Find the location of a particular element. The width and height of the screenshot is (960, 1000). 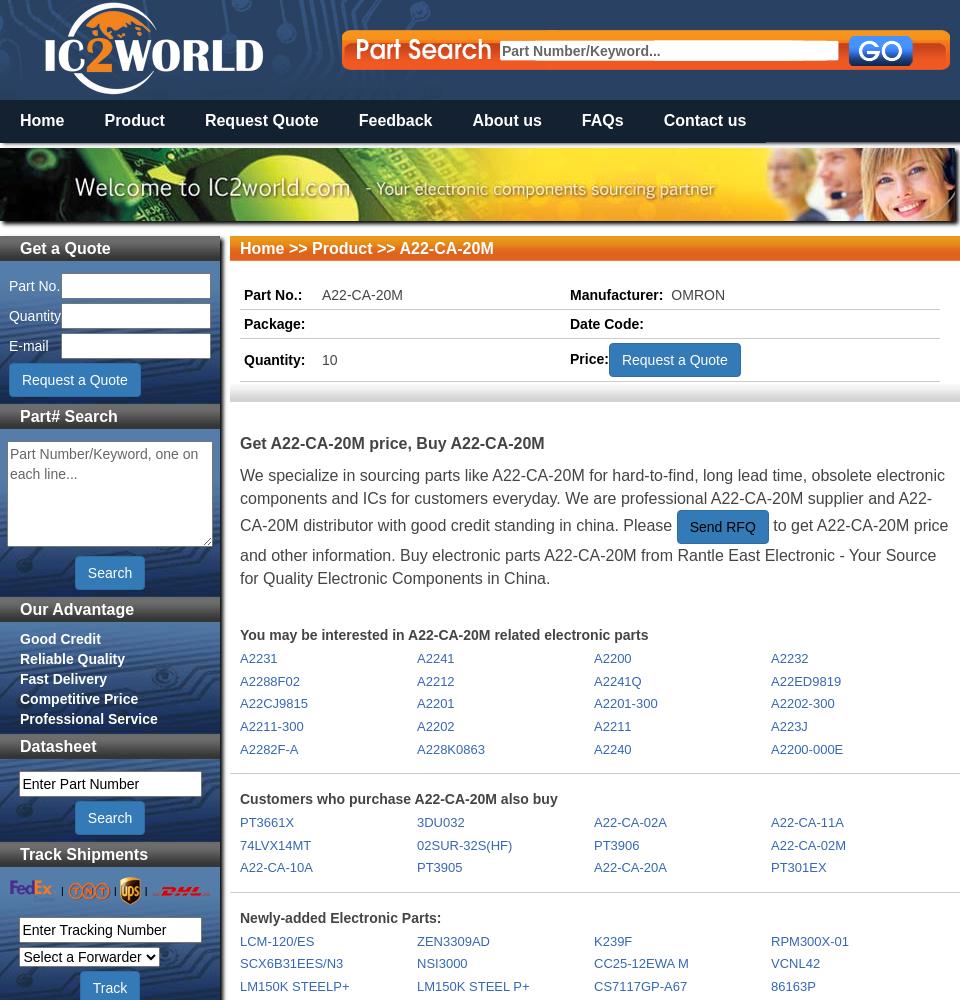

'>> A22-CA-20M' is located at coordinates (371, 246).